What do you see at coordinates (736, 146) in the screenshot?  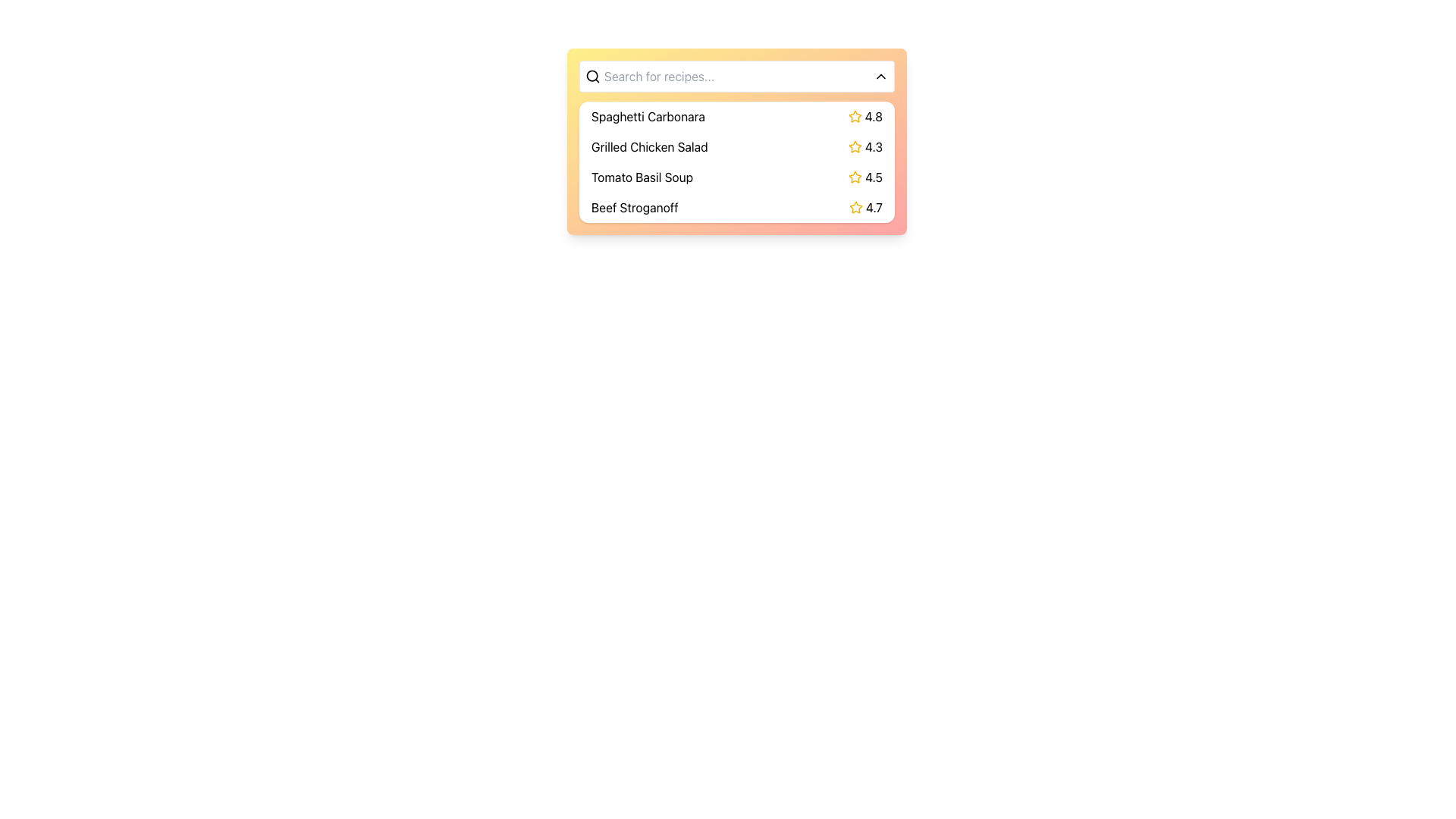 I see `the 'Grilled Chicken Salad' menu item which is the second item in the vertical list of menu options` at bounding box center [736, 146].